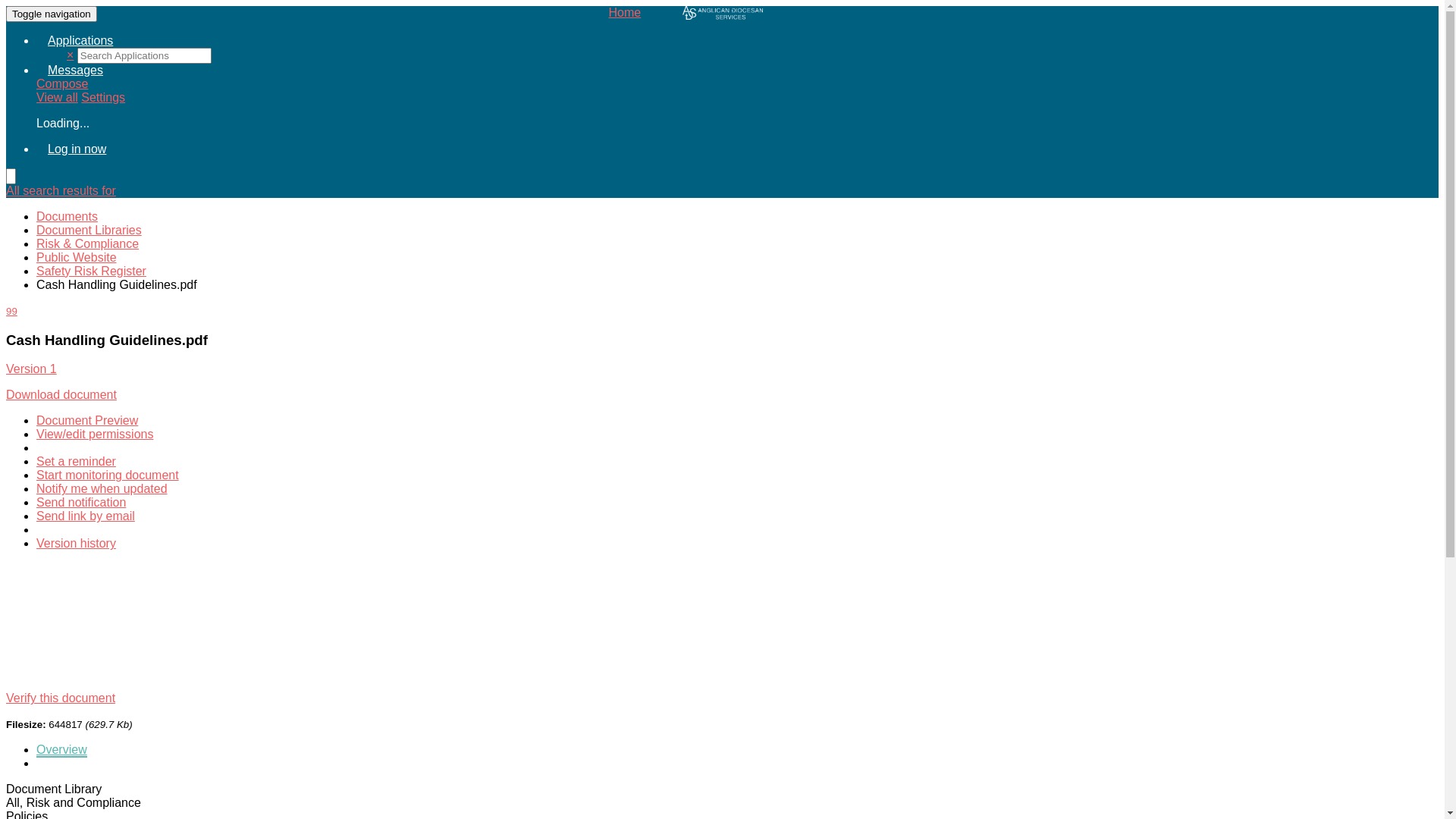 The image size is (1456, 819). Describe the element at coordinates (11, 309) in the screenshot. I see `'99'` at that location.